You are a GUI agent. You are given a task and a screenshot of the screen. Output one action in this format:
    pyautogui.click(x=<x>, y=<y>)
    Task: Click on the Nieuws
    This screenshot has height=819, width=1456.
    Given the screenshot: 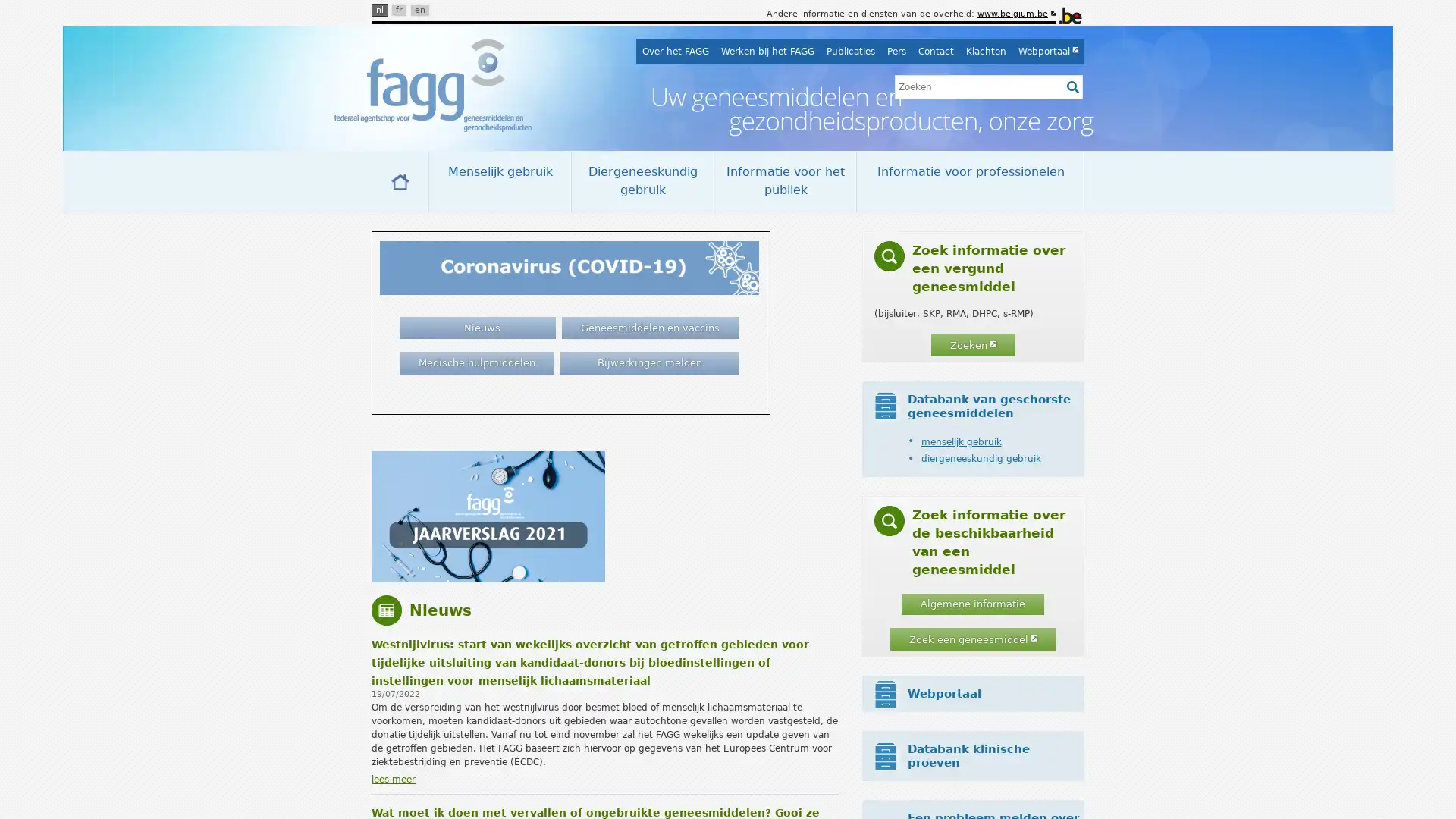 What is the action you would take?
    pyautogui.click(x=476, y=327)
    